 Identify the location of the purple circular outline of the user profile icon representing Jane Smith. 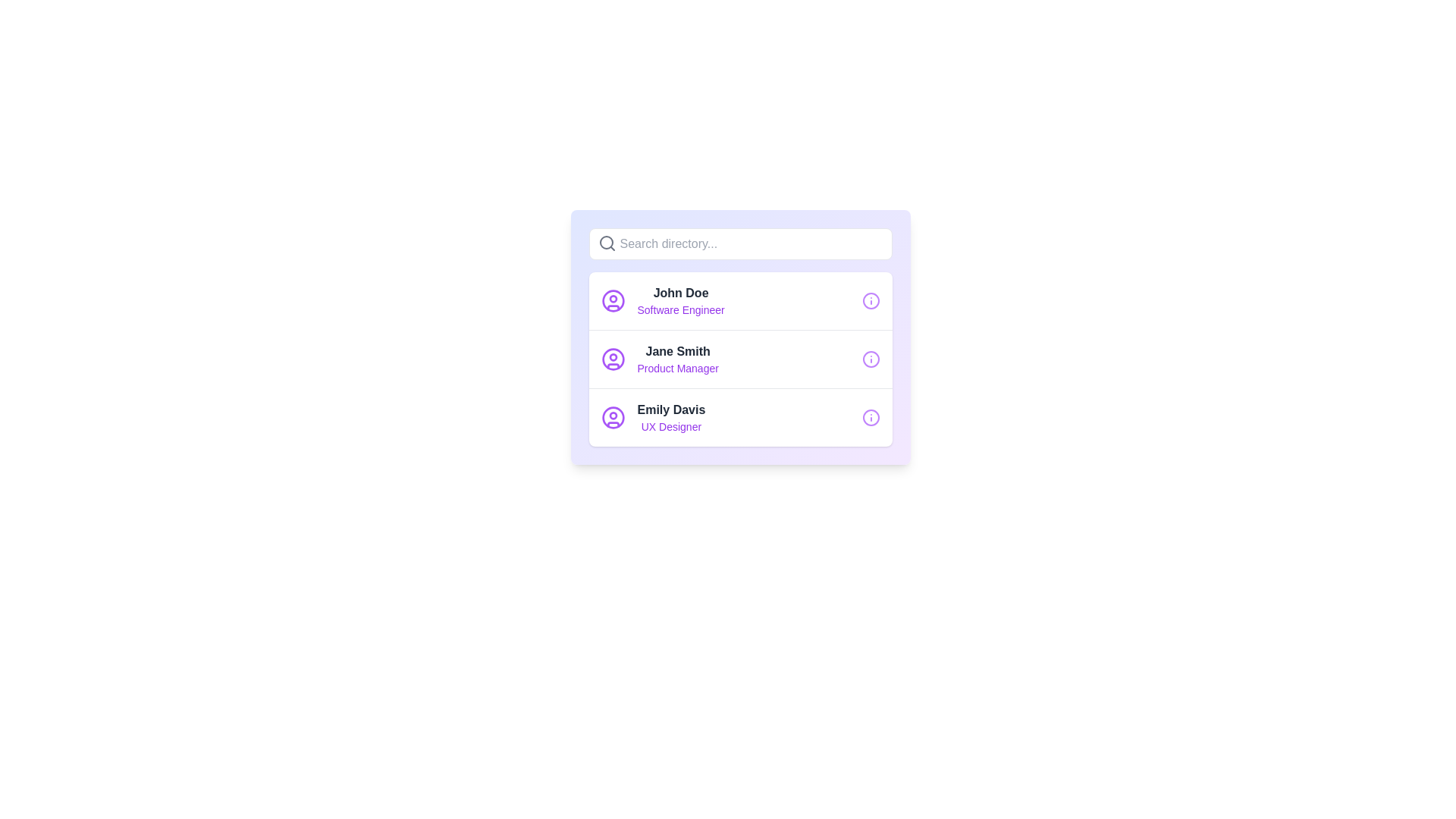
(613, 359).